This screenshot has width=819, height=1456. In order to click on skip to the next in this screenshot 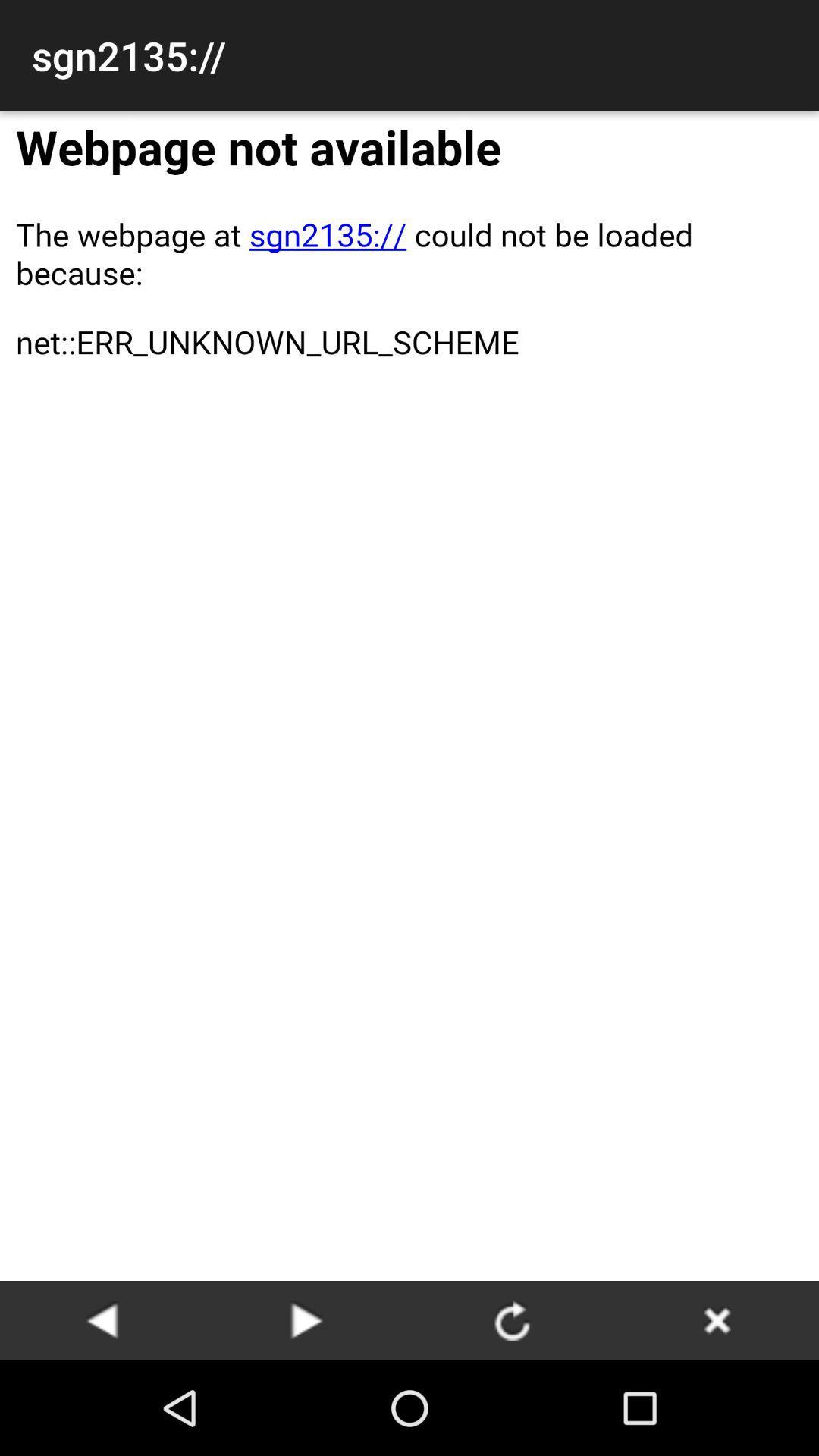, I will do `click(307, 1319)`.